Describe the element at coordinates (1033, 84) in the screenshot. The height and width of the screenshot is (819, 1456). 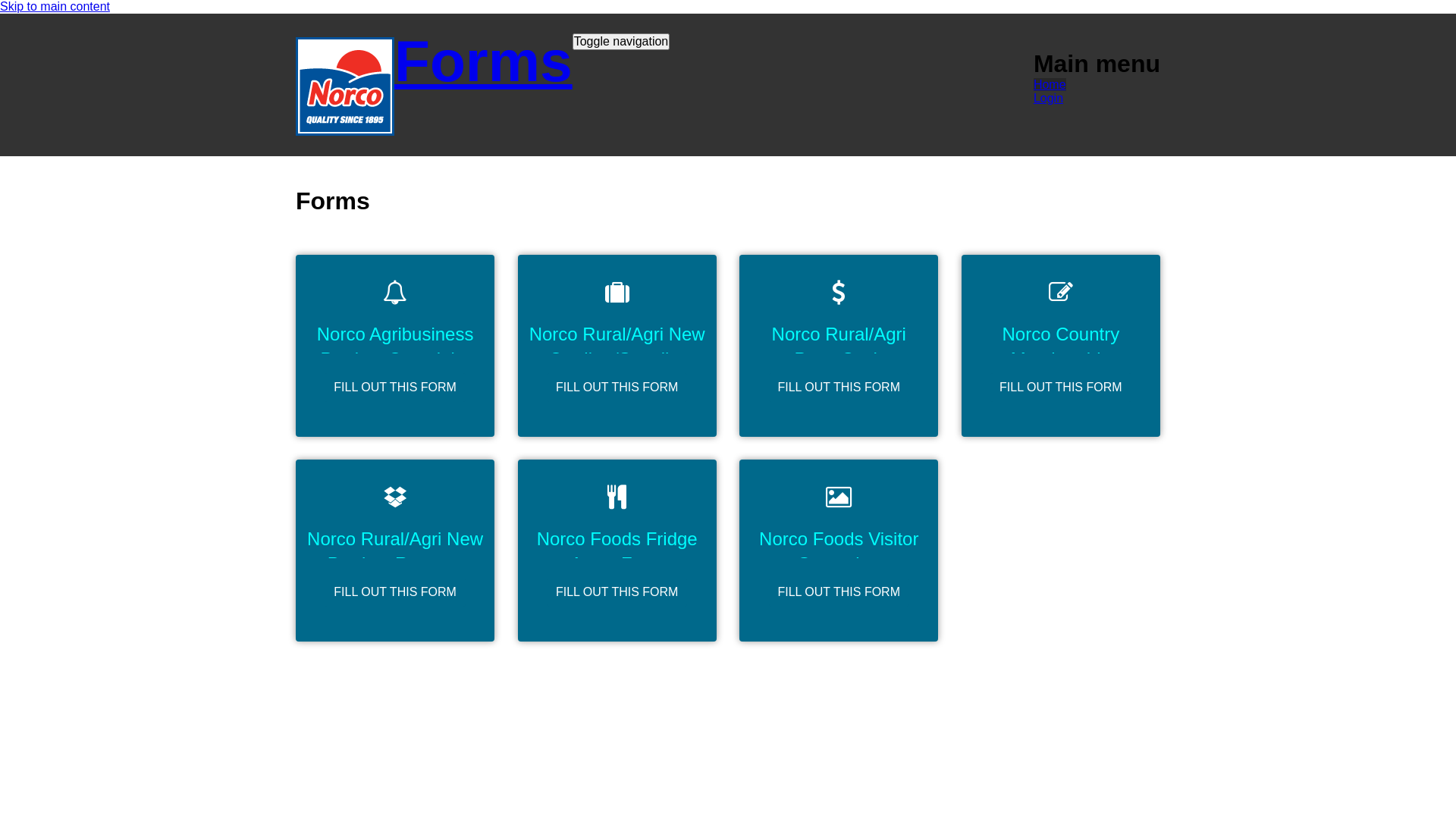
I see `'Home'` at that location.